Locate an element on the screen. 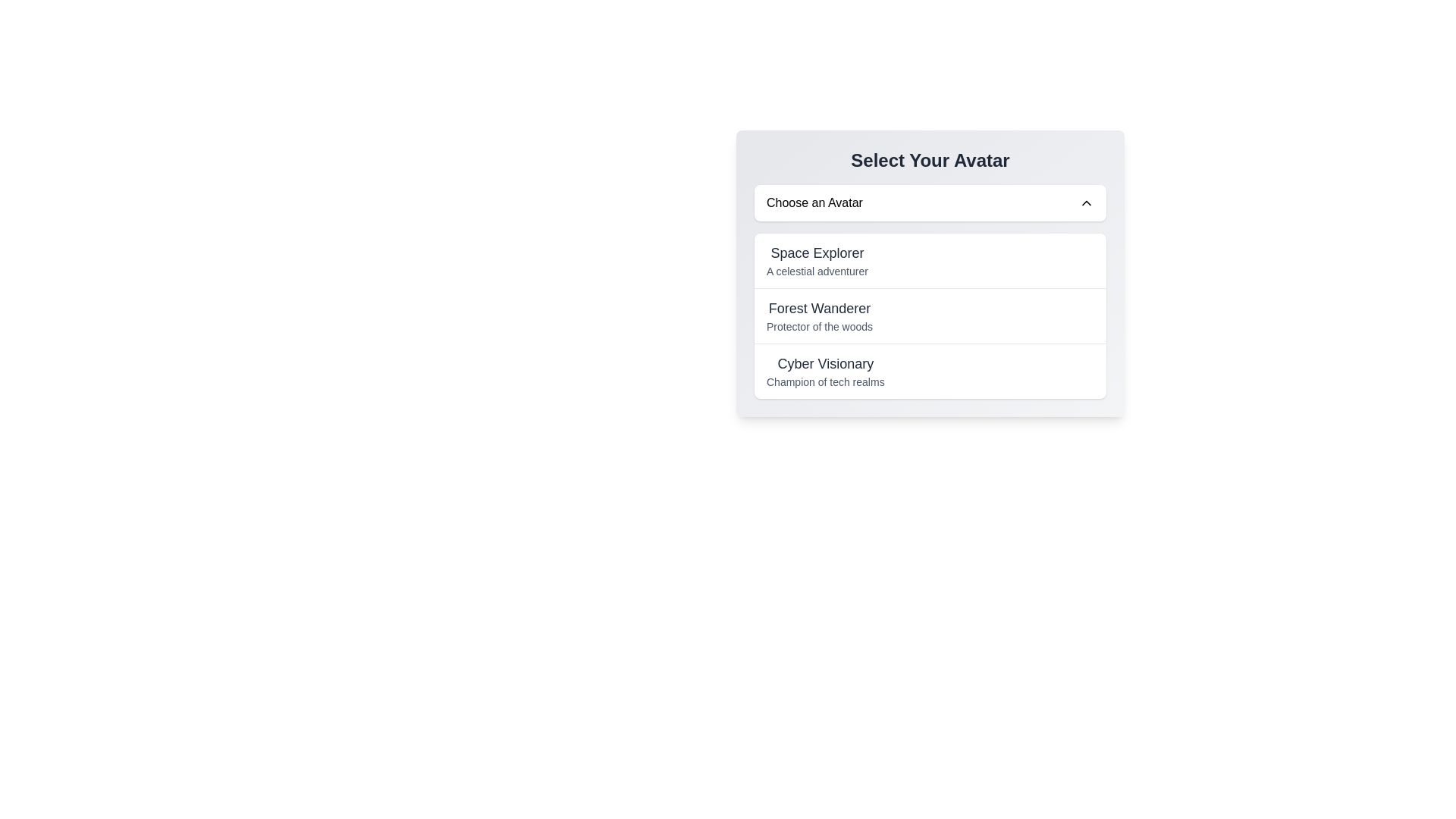 The height and width of the screenshot is (819, 1456). the text component displaying 'Champion of tech realms', which is styled in gray and located below the title 'Cyber Visionary' is located at coordinates (824, 381).